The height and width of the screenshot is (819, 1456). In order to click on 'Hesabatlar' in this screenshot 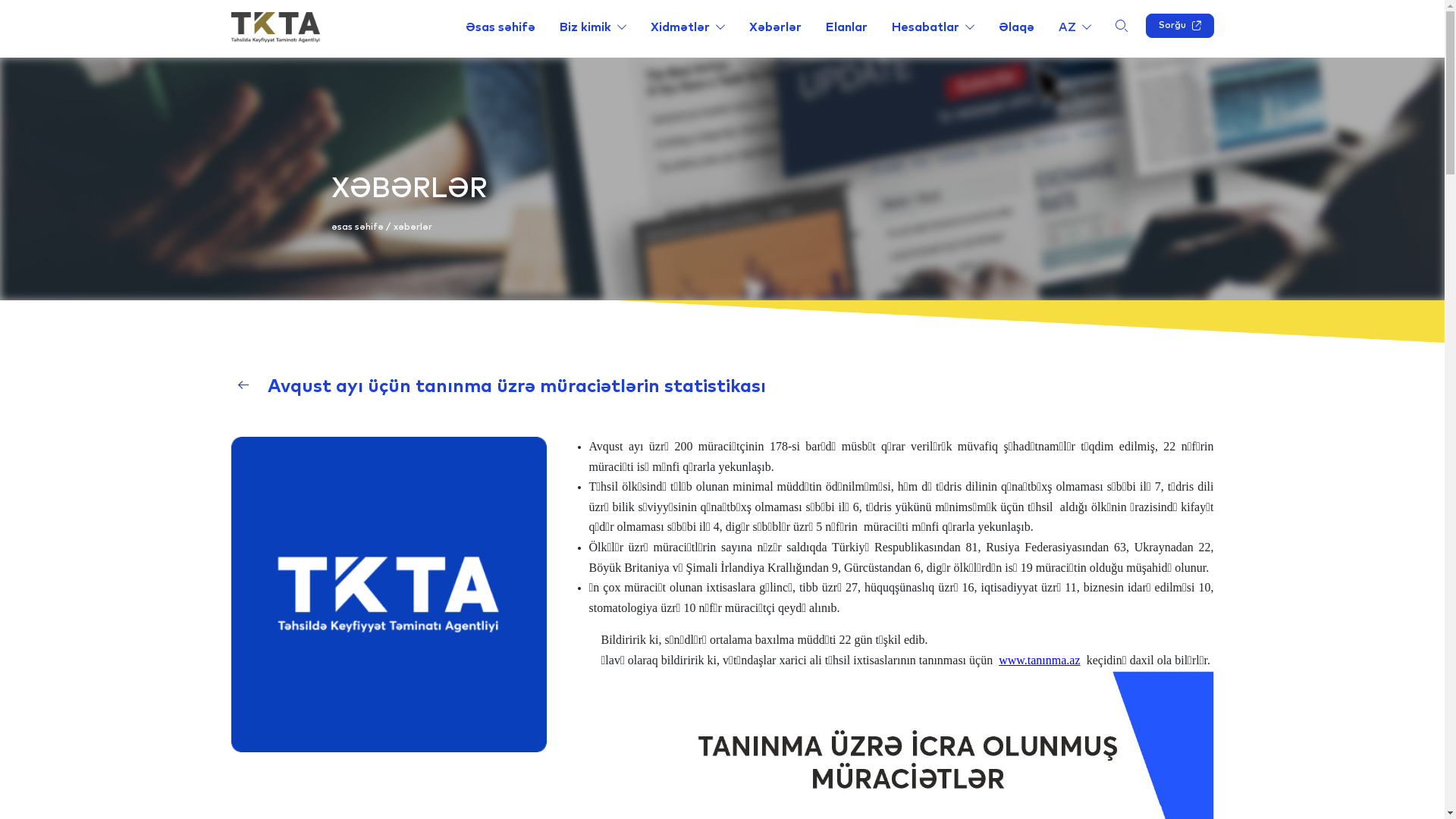, I will do `click(932, 27)`.